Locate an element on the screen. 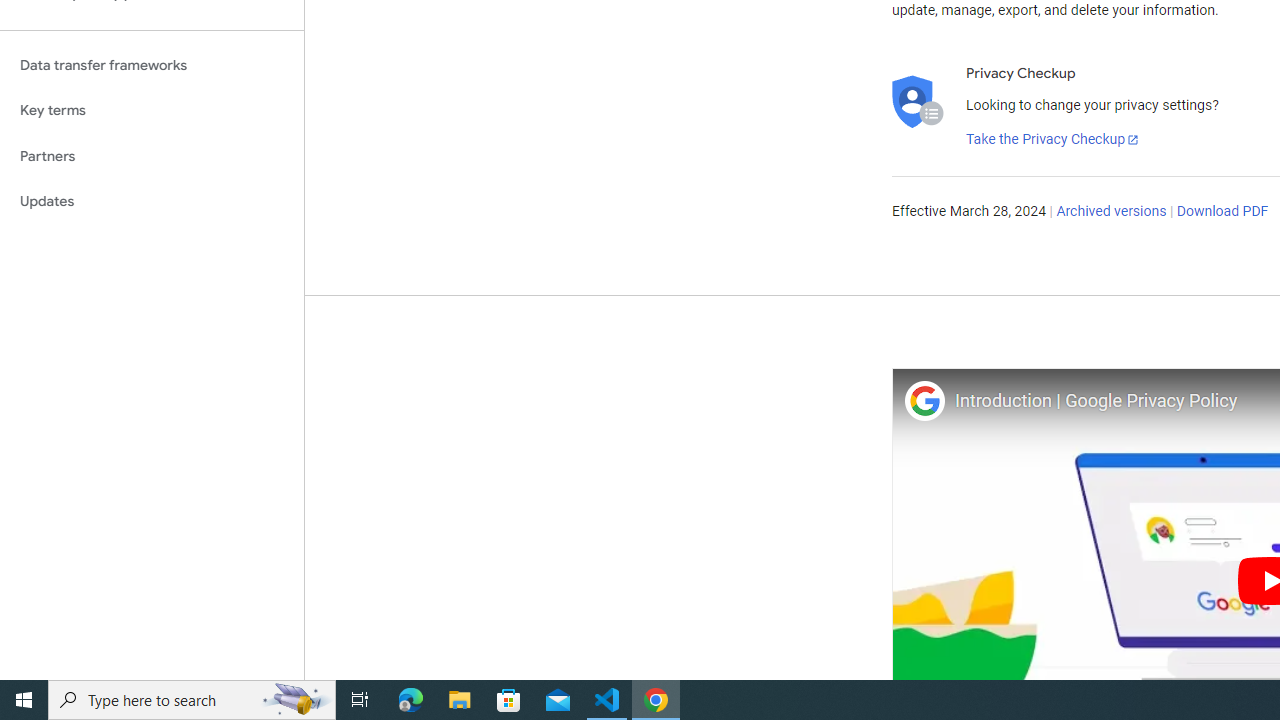  'Take the Privacy Checkup' is located at coordinates (1052, 139).